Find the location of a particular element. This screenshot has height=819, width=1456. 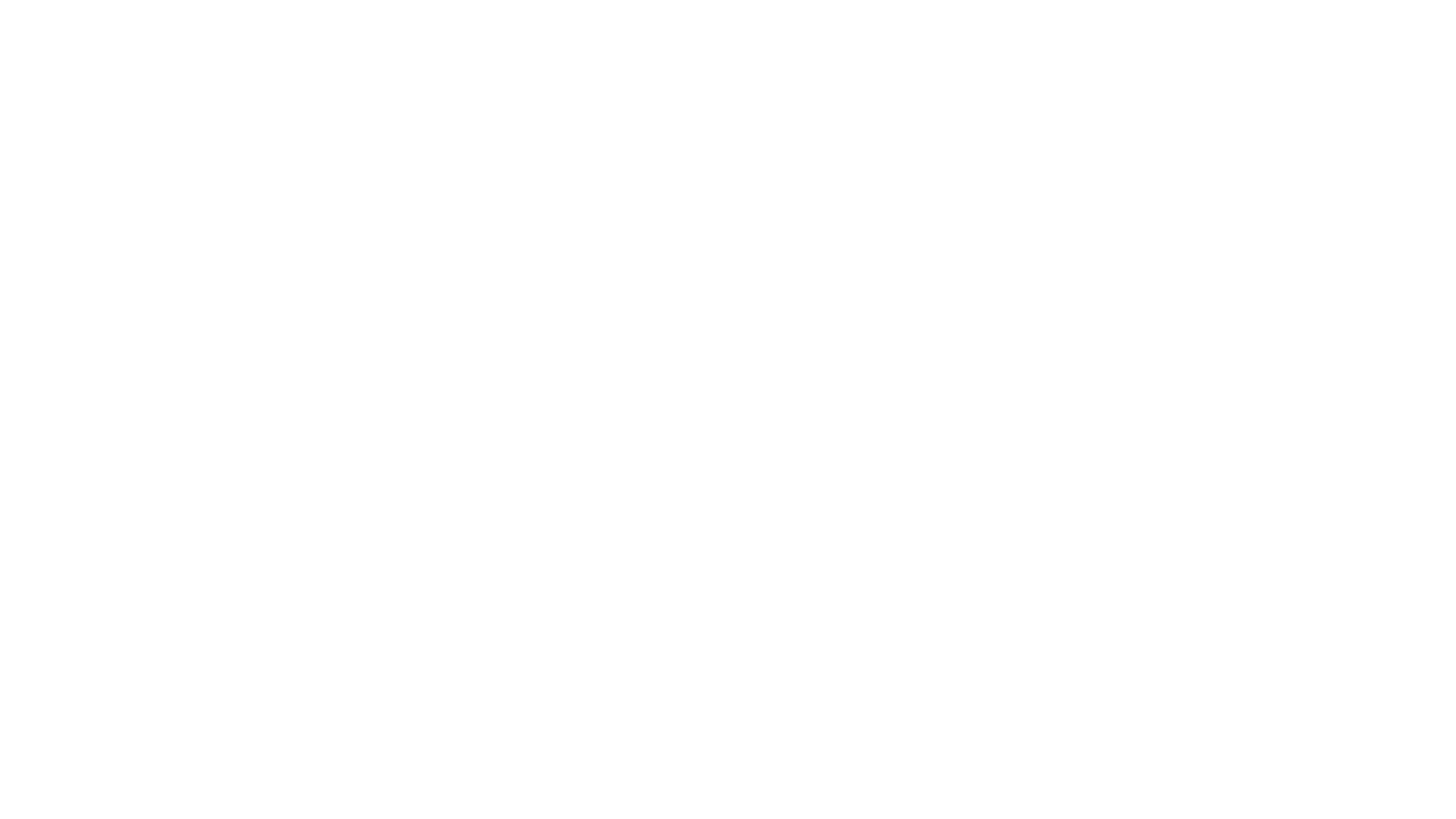

19 posts is located at coordinates (643, 127).